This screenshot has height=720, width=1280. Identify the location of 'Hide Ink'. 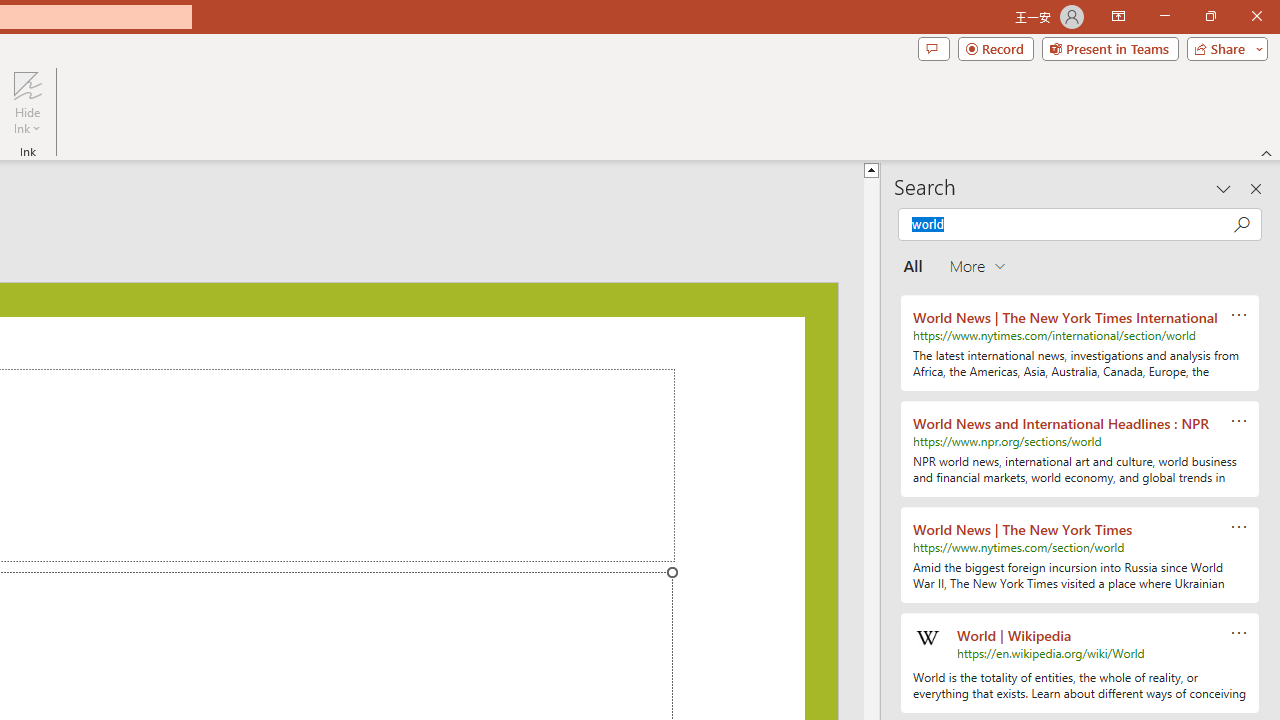
(27, 84).